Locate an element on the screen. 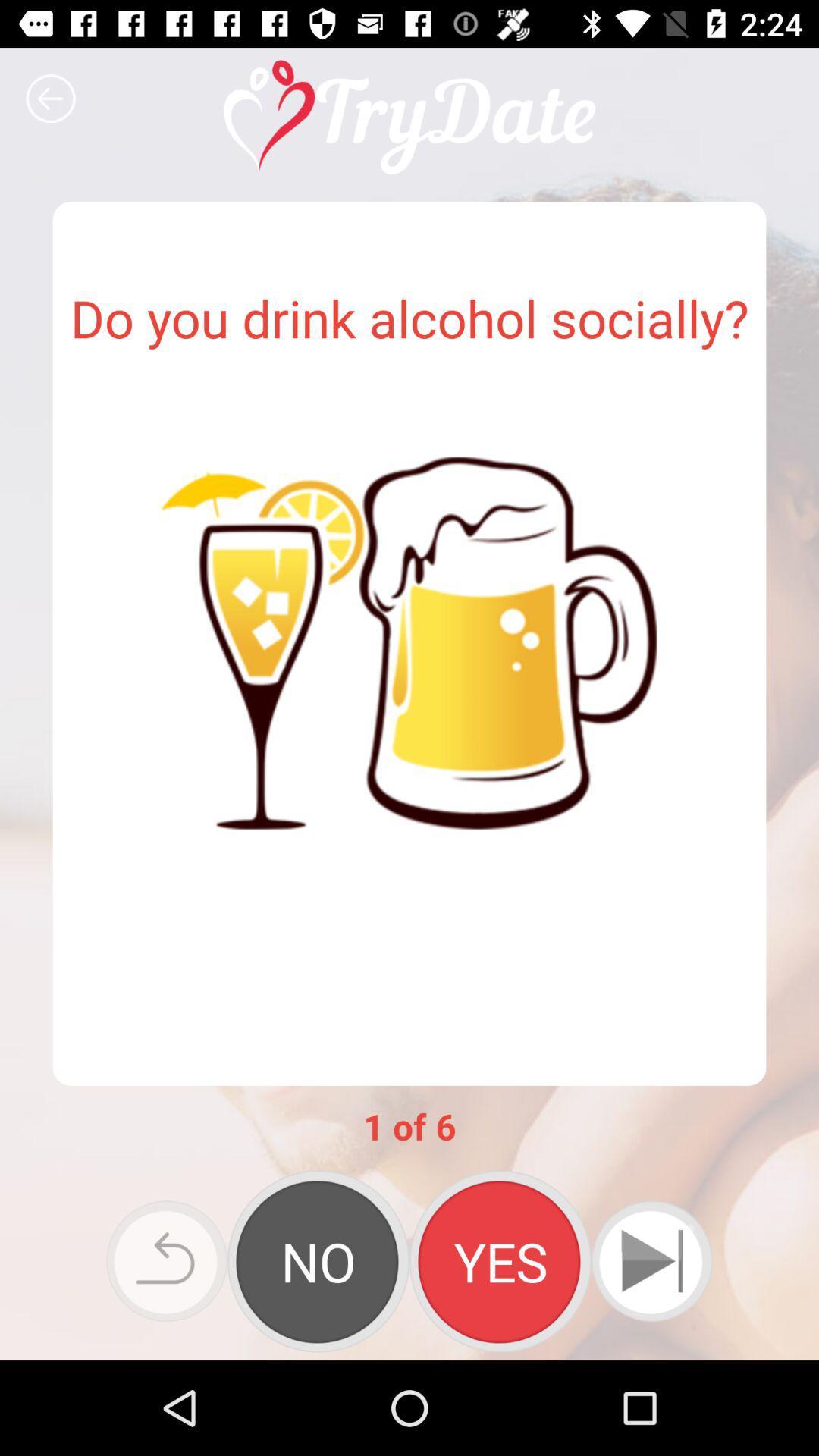 The height and width of the screenshot is (1456, 819). icon below 1 of 6 app is located at coordinates (167, 1261).